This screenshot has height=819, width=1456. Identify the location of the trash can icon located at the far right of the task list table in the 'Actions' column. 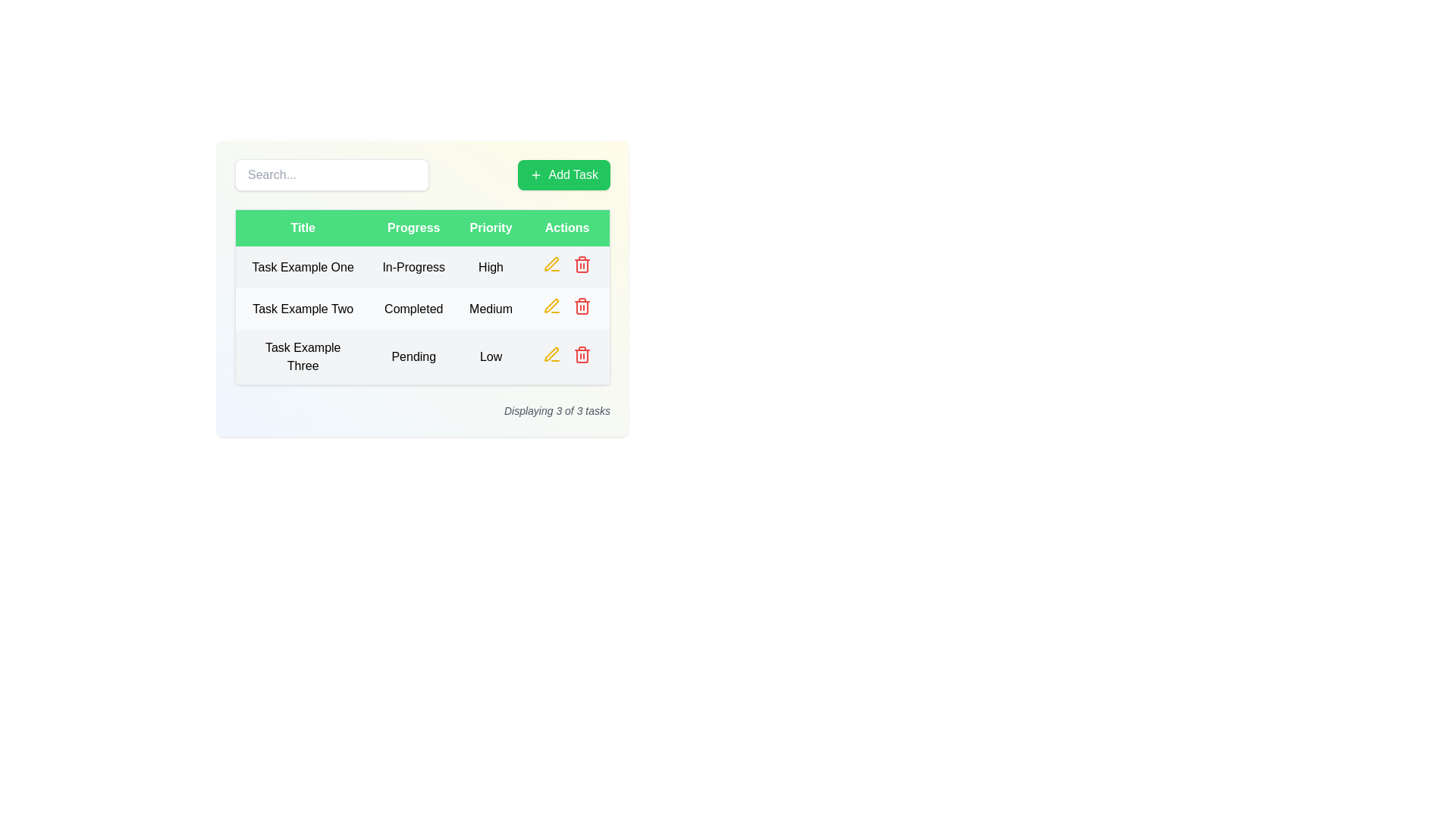
(582, 265).